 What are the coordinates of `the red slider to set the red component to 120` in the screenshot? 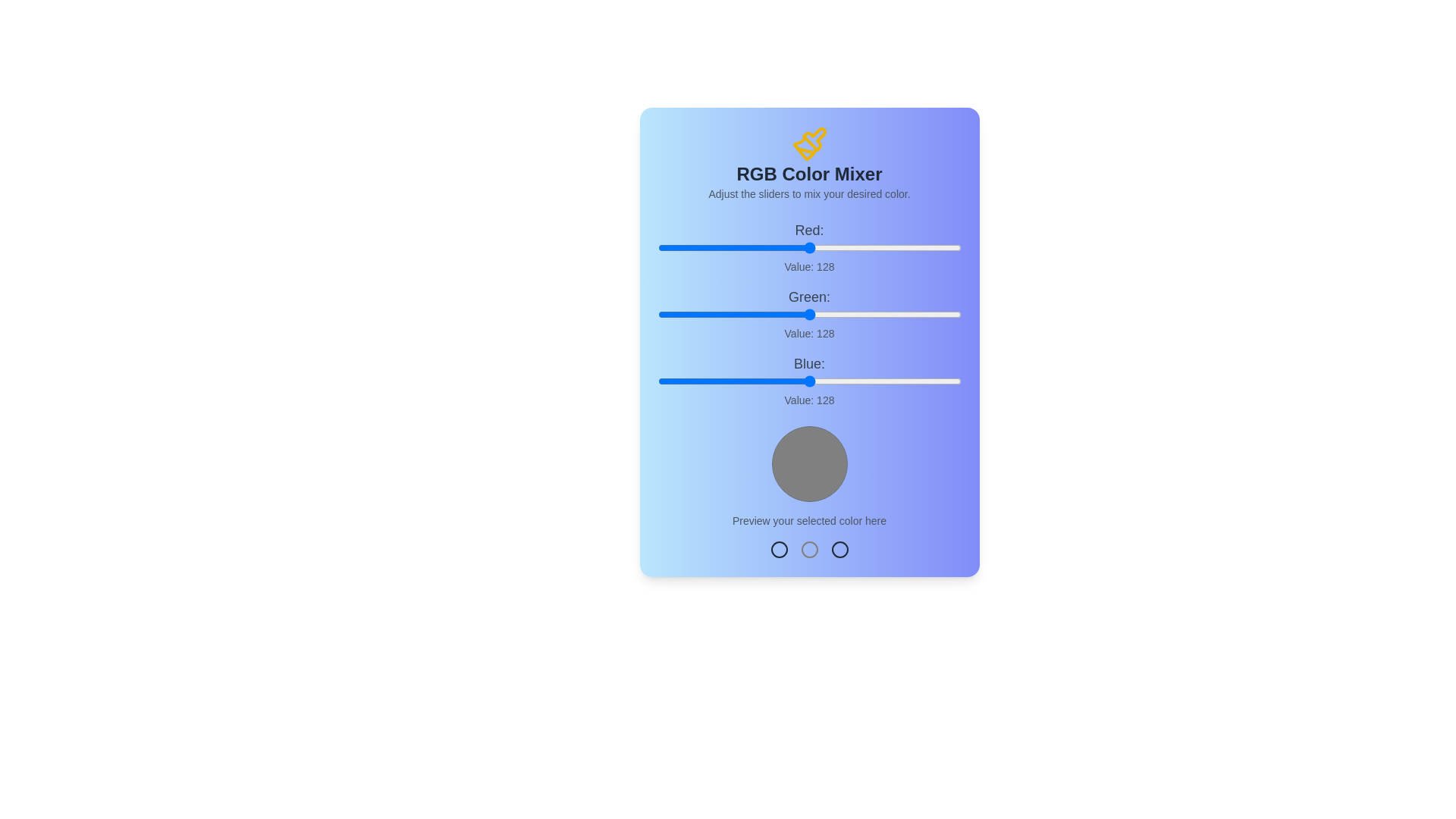 It's located at (799, 247).